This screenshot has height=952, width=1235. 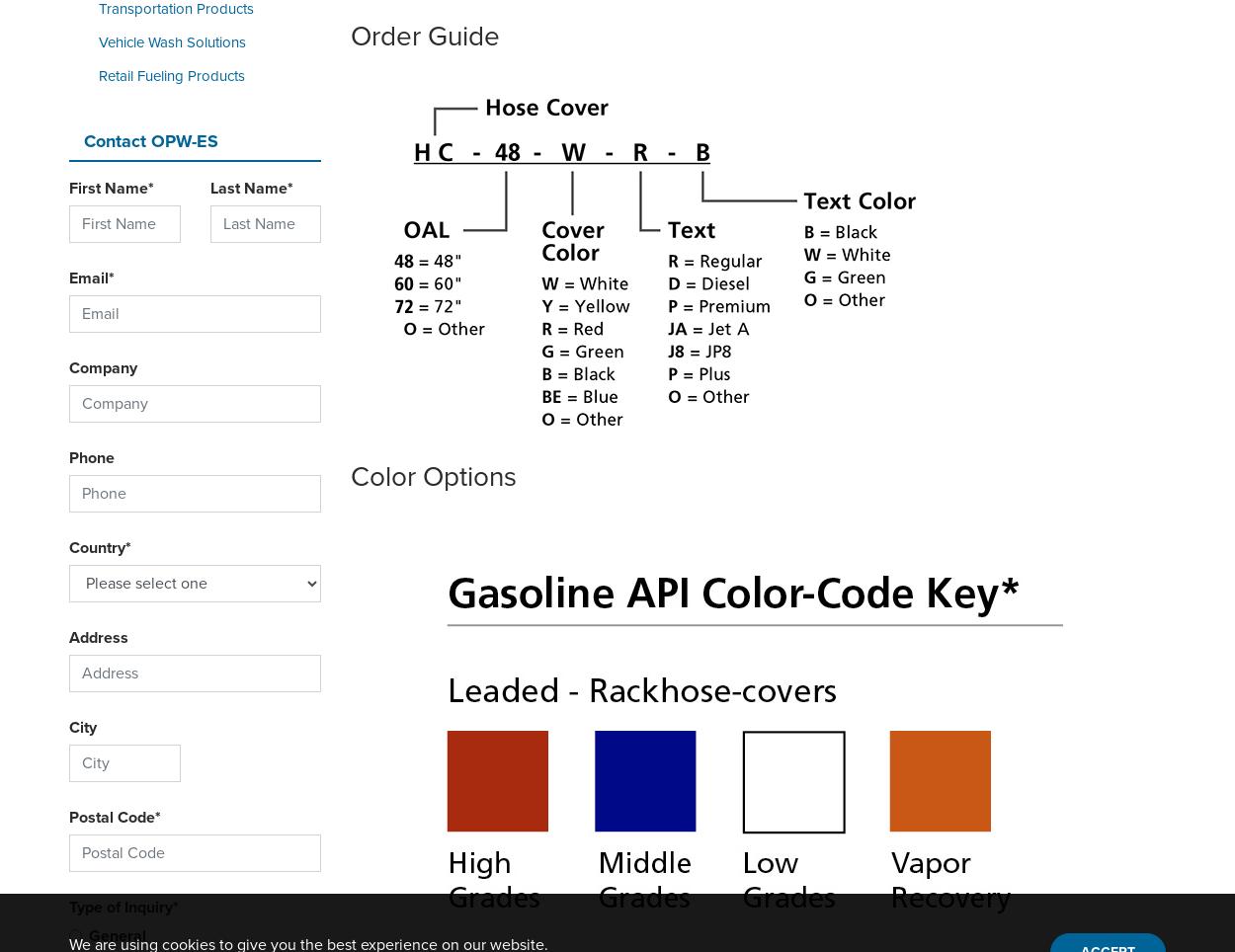 I want to click on 'Country*', so click(x=68, y=547).